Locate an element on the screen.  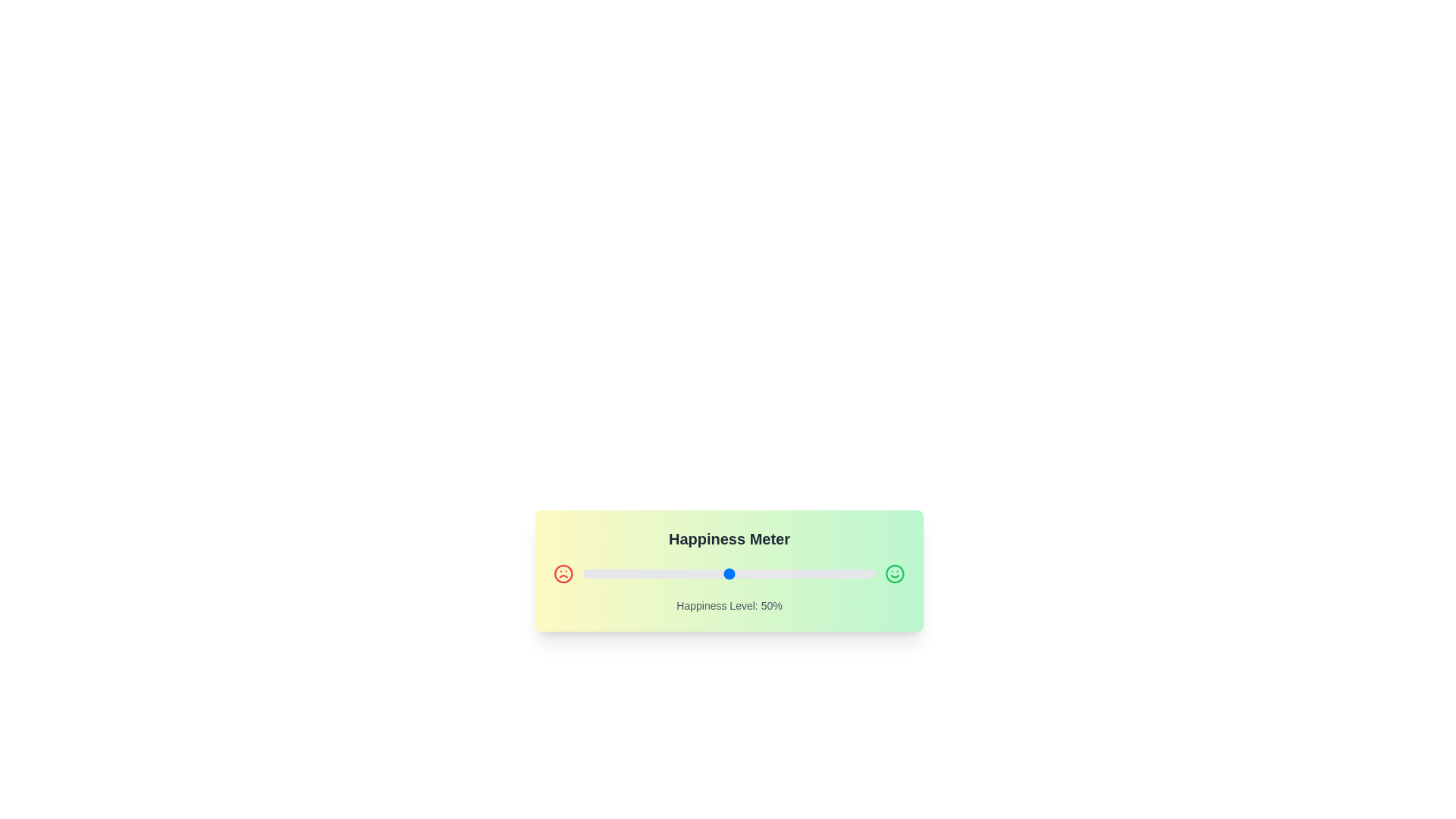
the slider to reset its value is located at coordinates (729, 573).